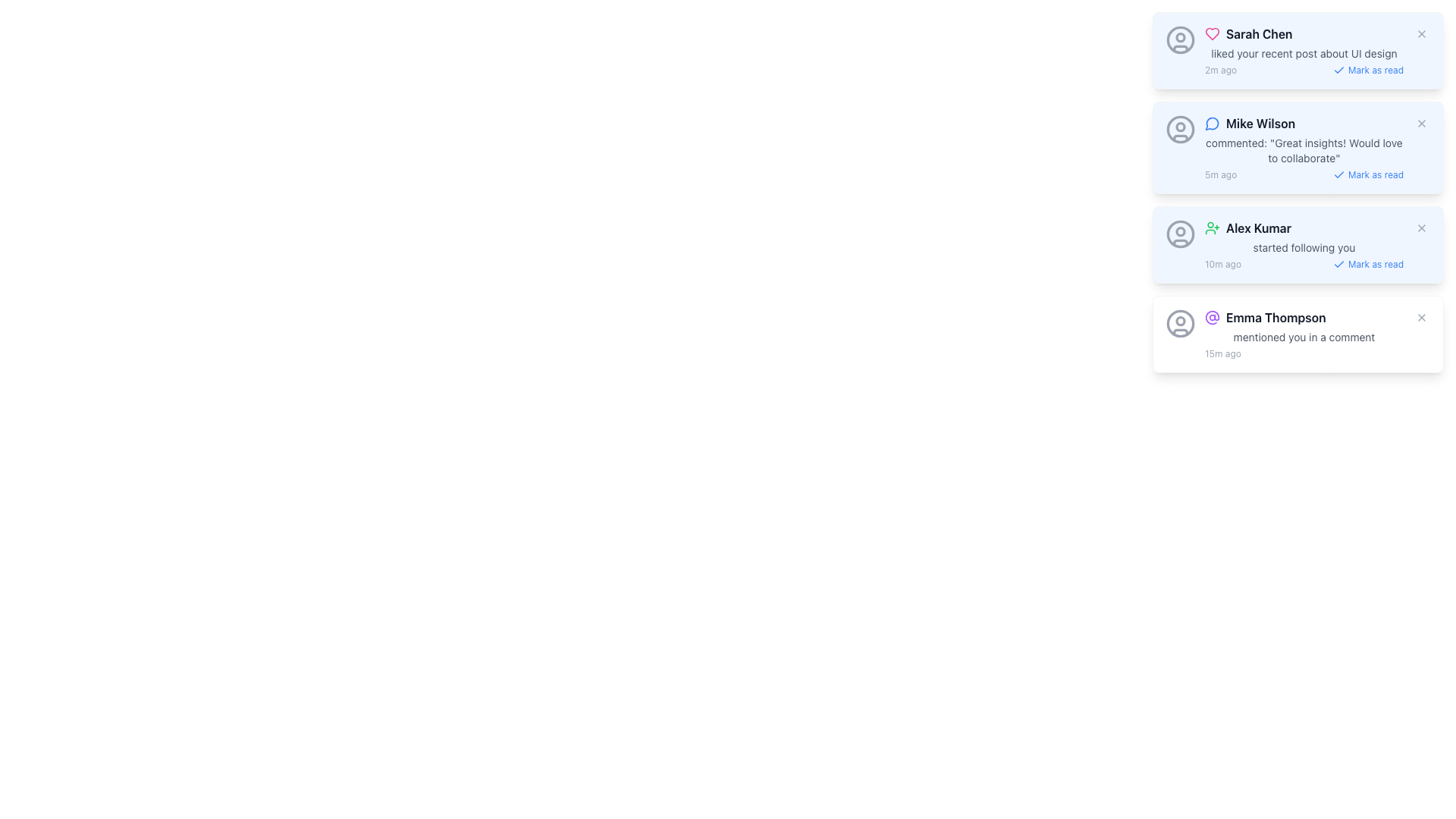  What do you see at coordinates (1421, 227) in the screenshot?
I see `the Close button with an 'X' icon, located in the top-right corner of the notification card for 'Alex Kumar', above the text 'started following you'` at bounding box center [1421, 227].